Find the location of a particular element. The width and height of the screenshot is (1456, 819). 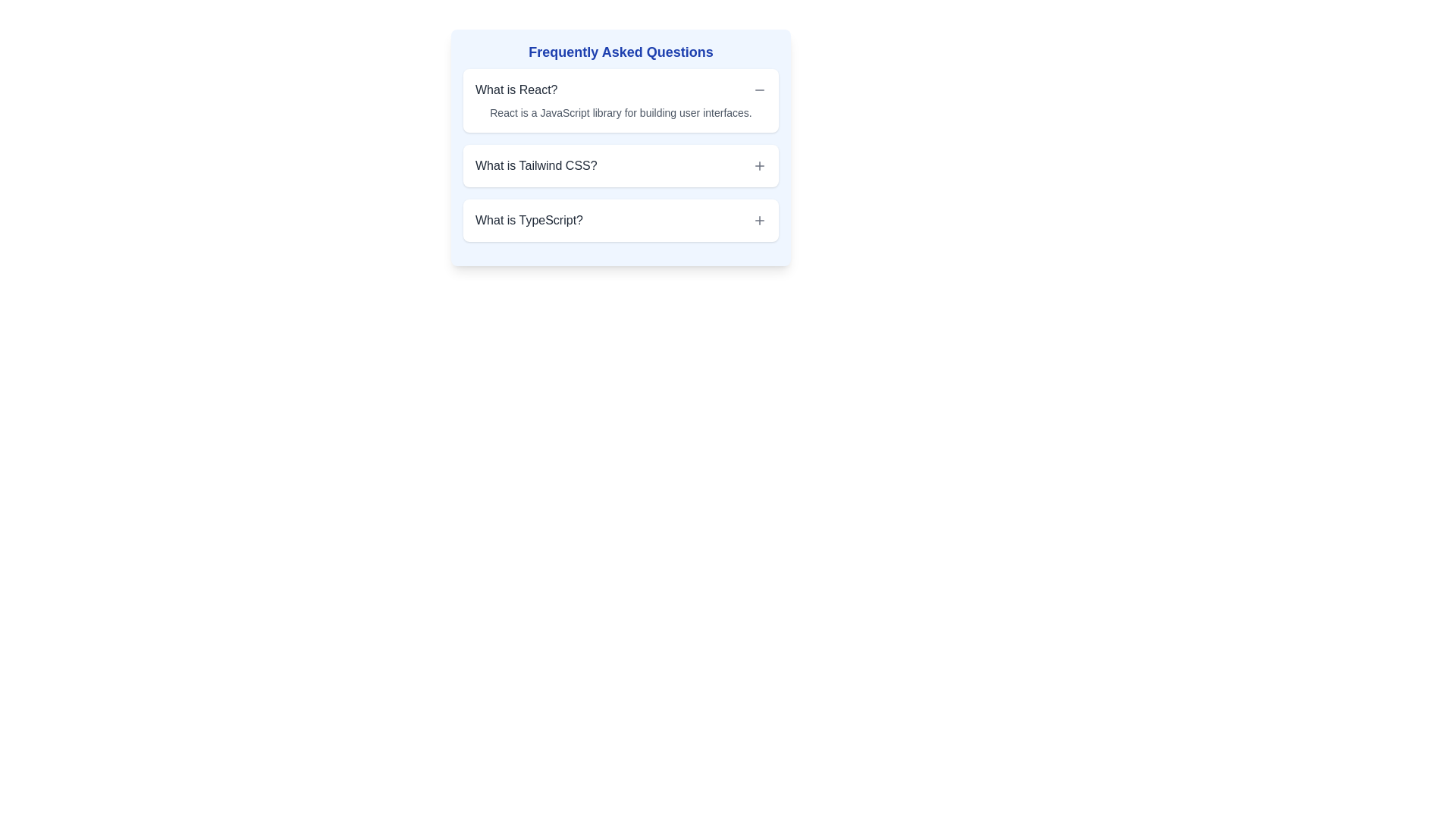

the text label that reads 'What is Tailwind CSS?', which is aligned to the left within a vertical list of frequently asked questions is located at coordinates (536, 166).